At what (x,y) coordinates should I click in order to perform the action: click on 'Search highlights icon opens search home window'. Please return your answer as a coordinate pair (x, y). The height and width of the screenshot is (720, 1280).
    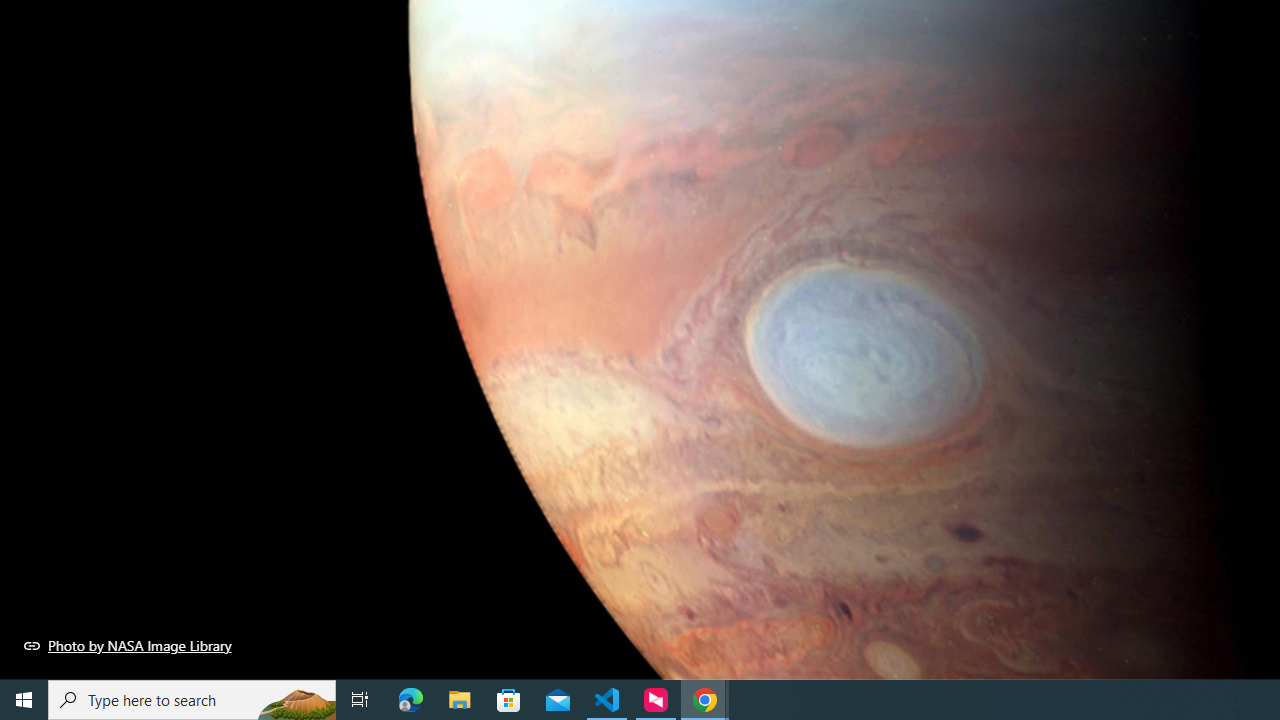
    Looking at the image, I should click on (294, 698).